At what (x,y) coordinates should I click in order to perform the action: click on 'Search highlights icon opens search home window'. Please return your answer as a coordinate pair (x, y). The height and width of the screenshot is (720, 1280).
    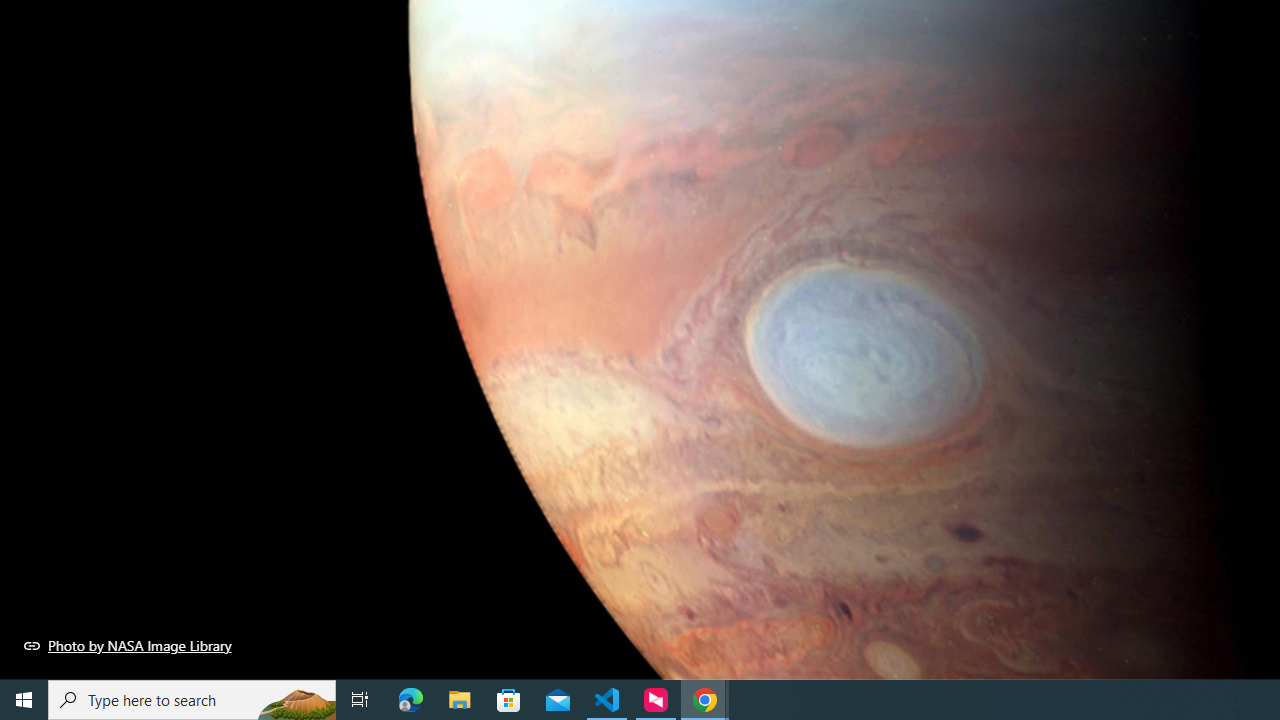
    Looking at the image, I should click on (294, 698).